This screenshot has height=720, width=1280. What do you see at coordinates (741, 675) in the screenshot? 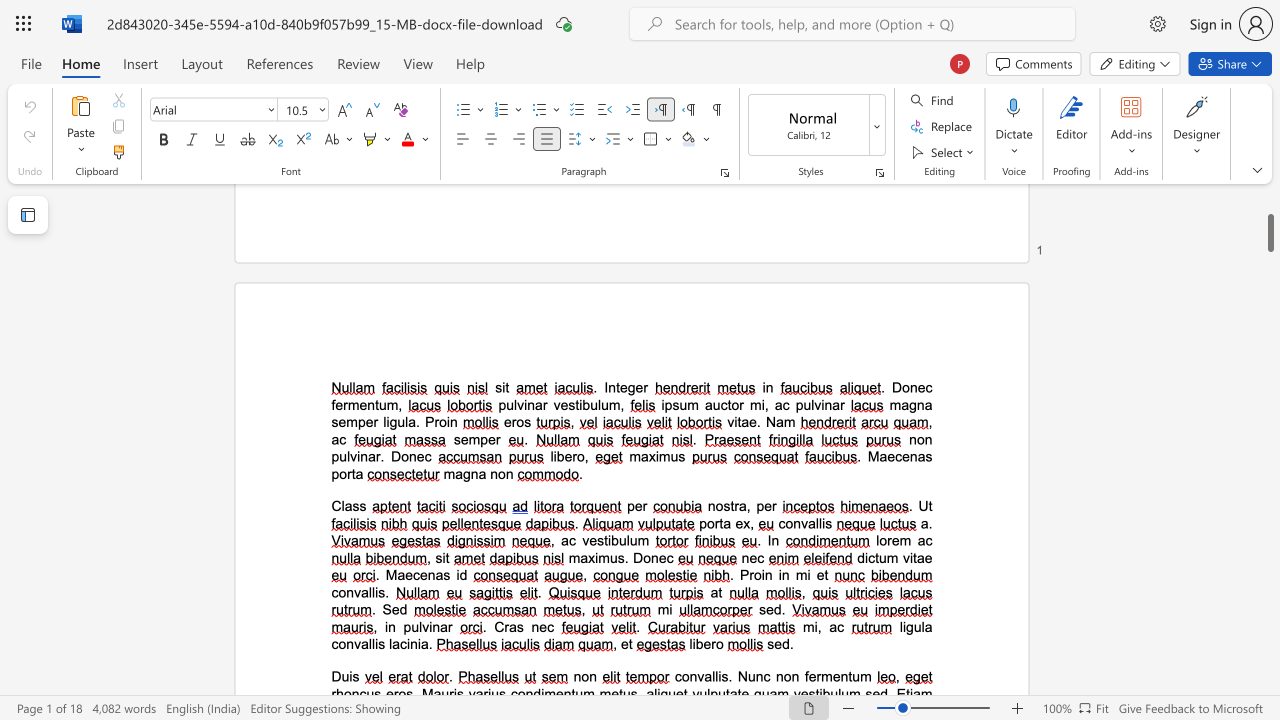
I see `the 1th character "N" in the text` at bounding box center [741, 675].